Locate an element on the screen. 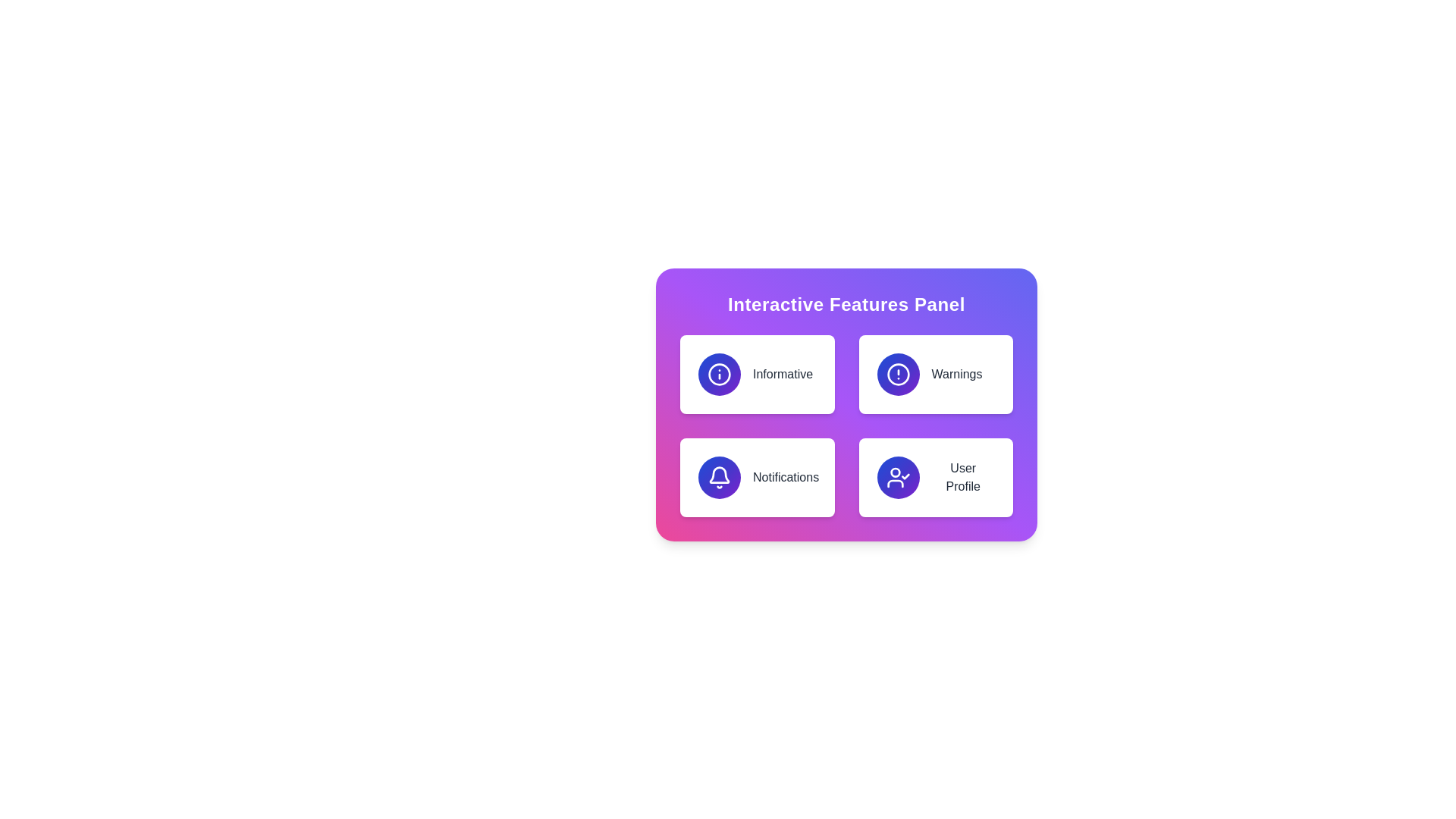 This screenshot has width=1456, height=819. the circular button with a gradient background from blue to purple containing a white information icon ('i') is located at coordinates (719, 374).